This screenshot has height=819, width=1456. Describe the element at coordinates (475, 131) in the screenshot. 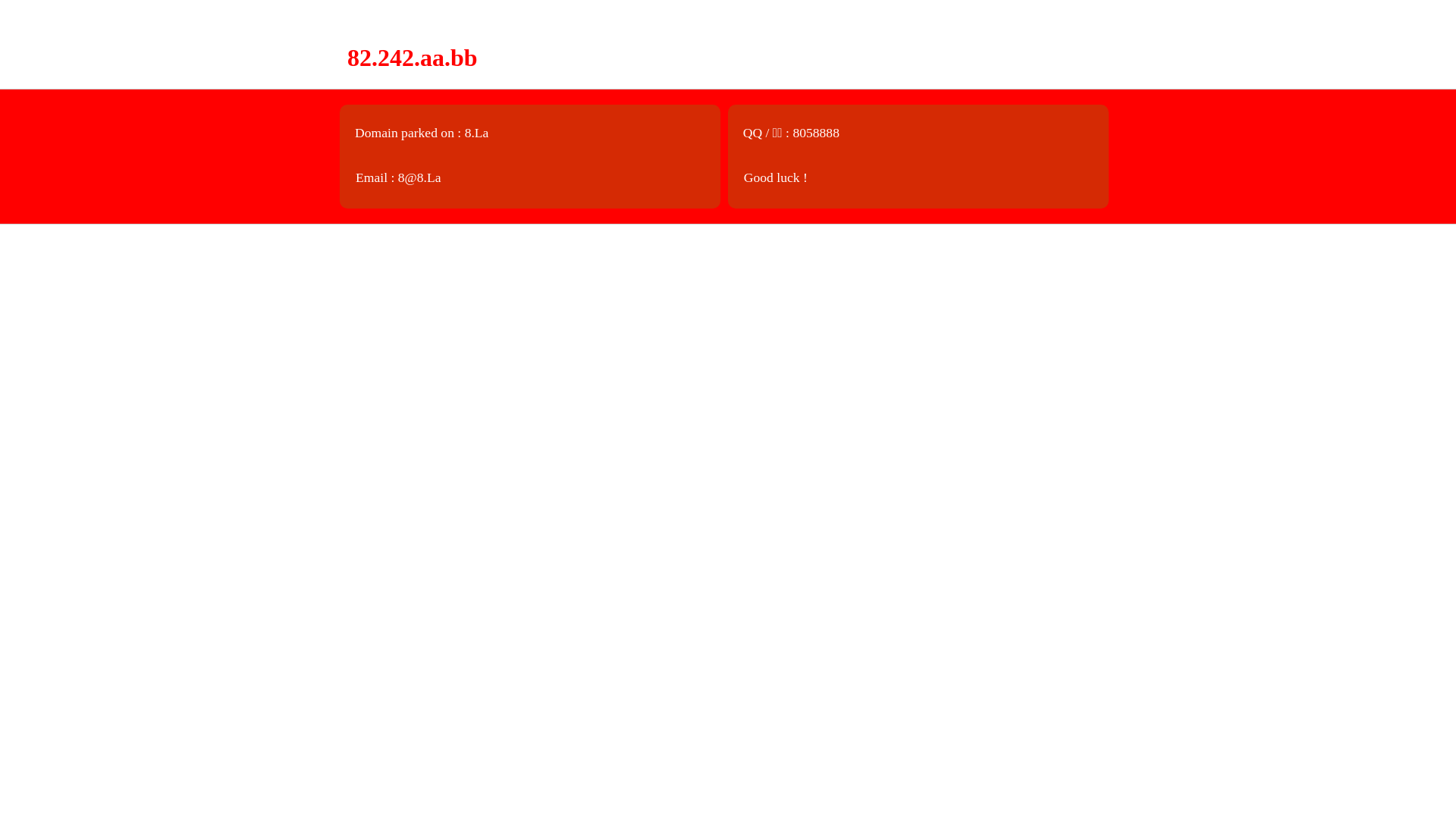

I see `'8.La'` at that location.